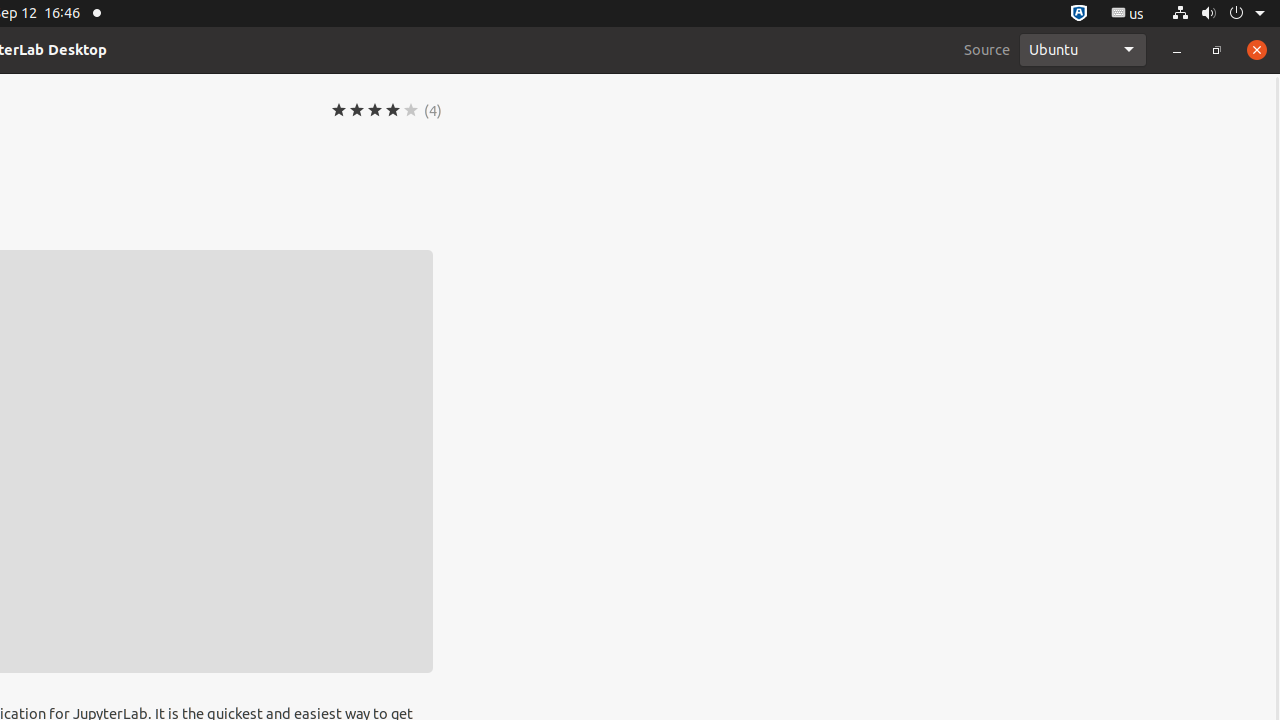 This screenshot has height=720, width=1280. I want to click on 'Source', so click(987, 48).